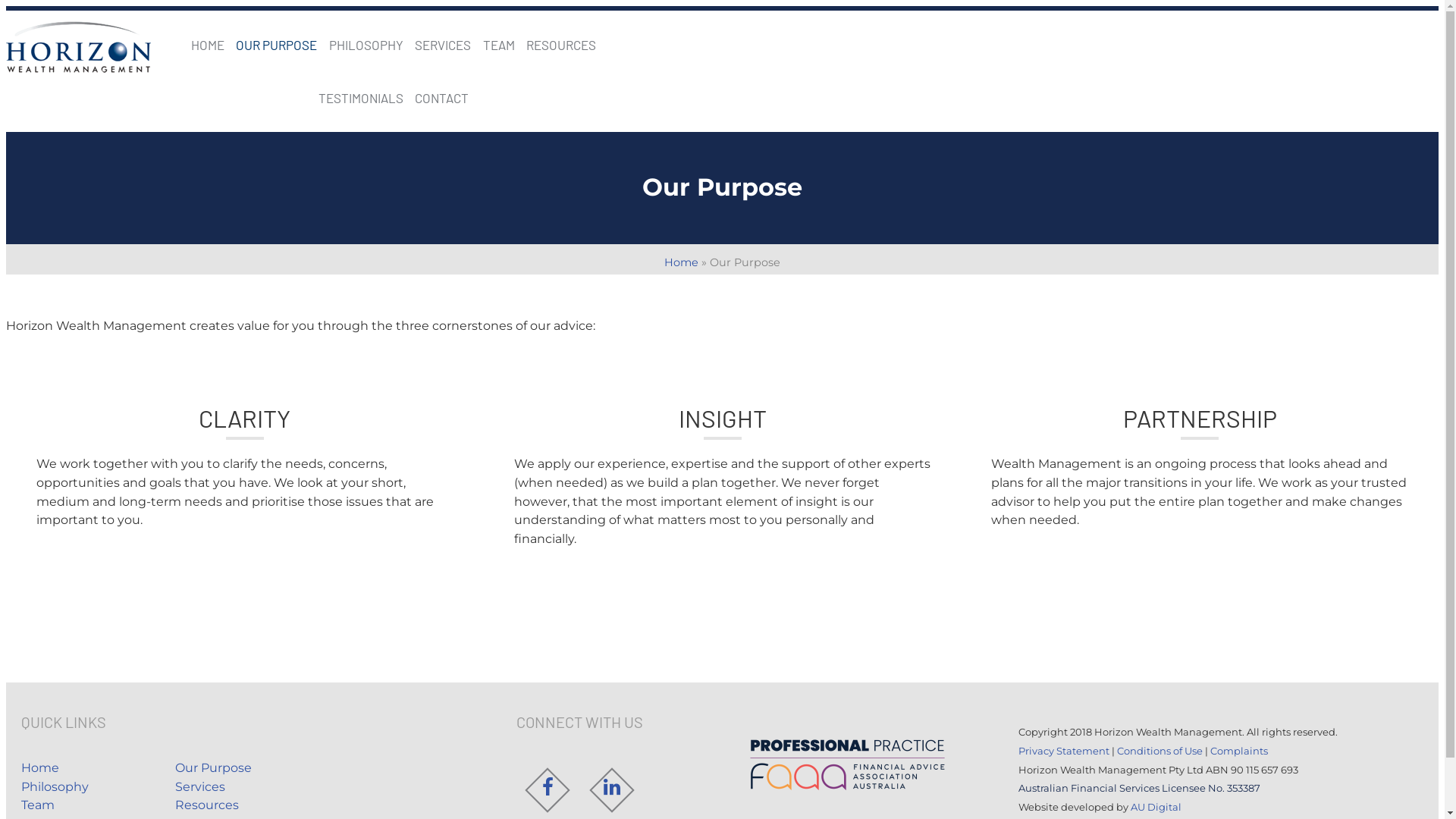  I want to click on 'Team', so click(37, 804).